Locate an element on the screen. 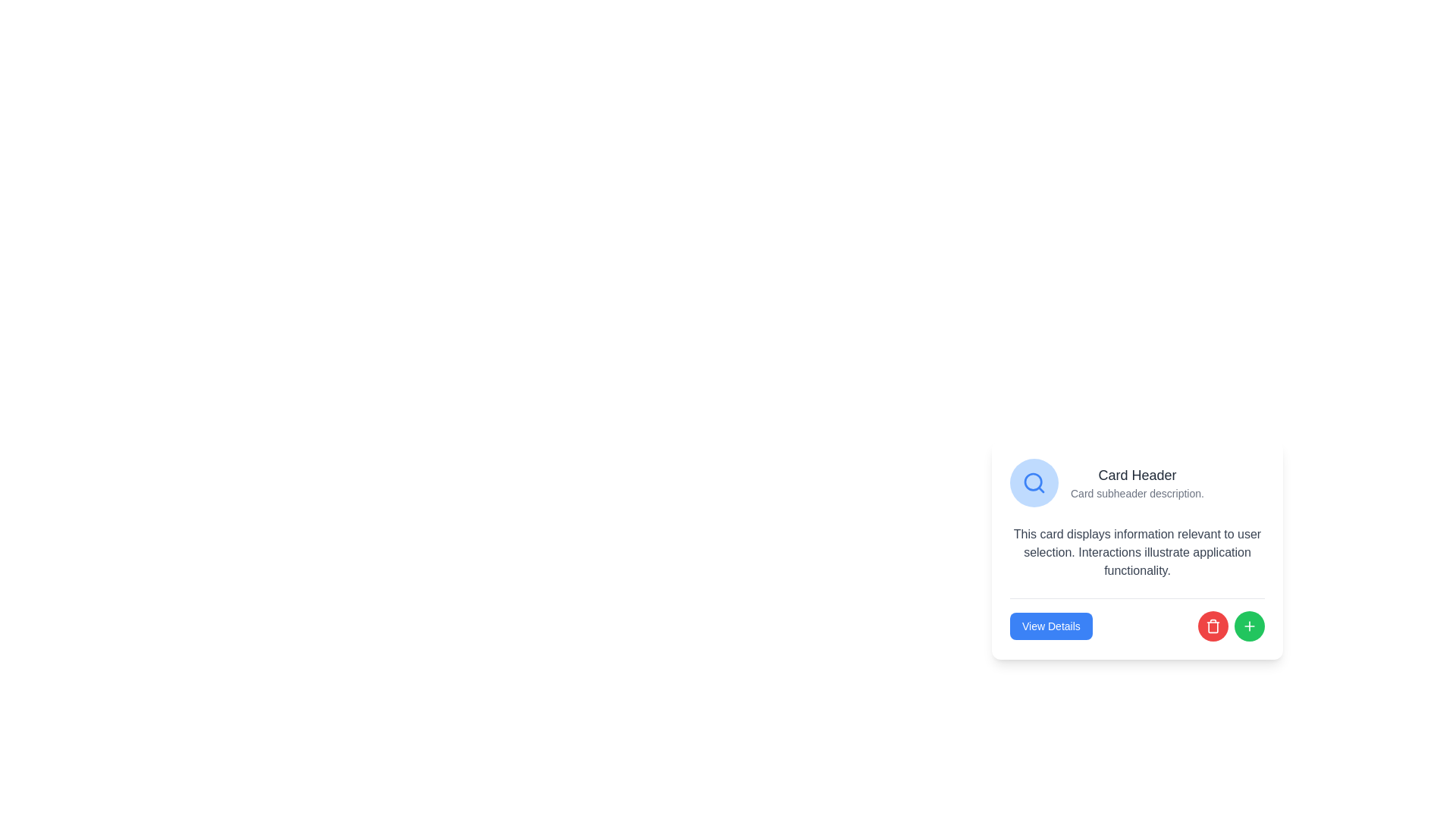 The height and width of the screenshot is (819, 1456). the rectangular 'View Details' button with a blue background and white text, located at the bottom-center of the card layout is located at coordinates (1050, 626).